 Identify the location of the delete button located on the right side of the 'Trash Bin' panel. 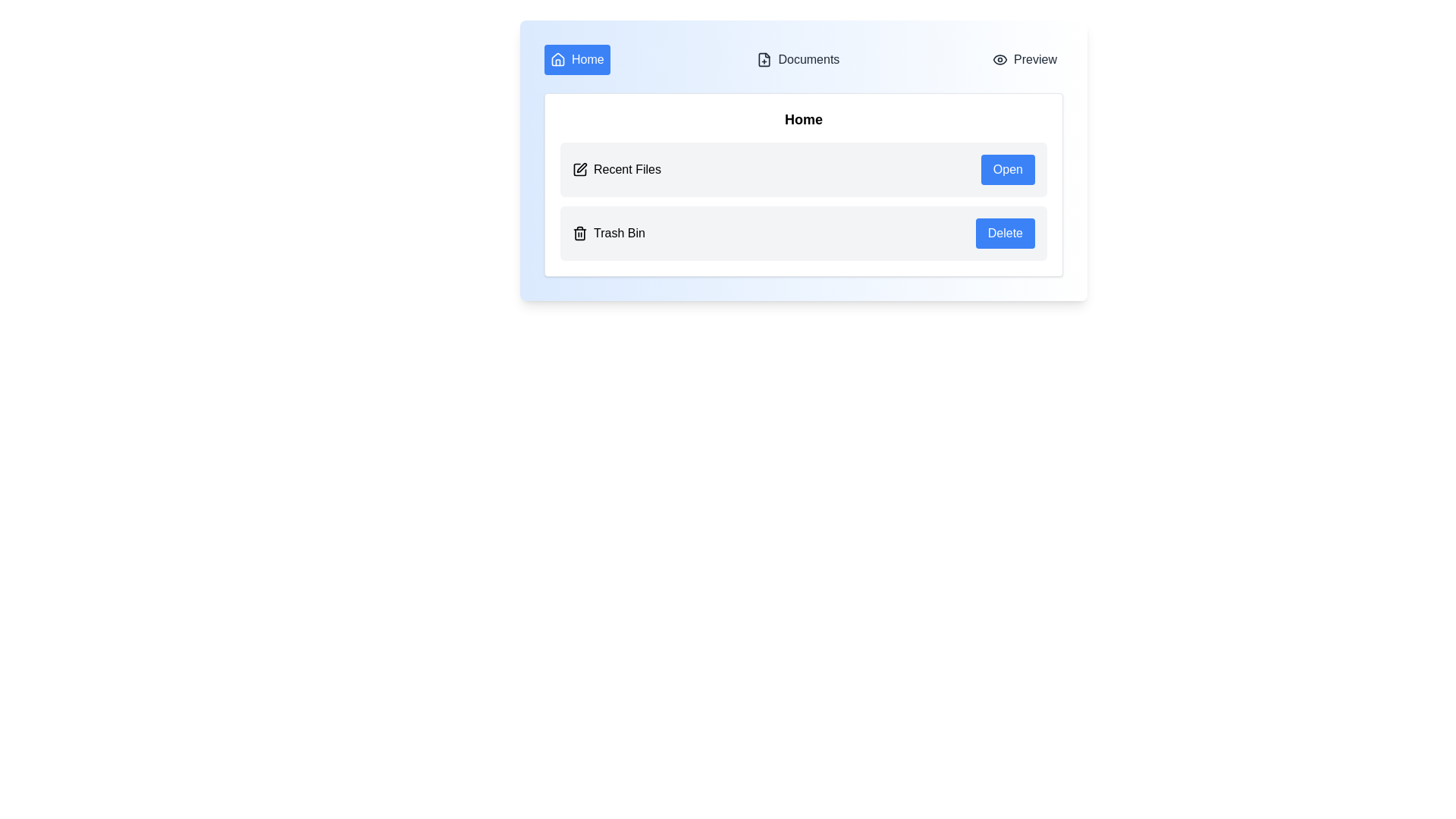
(1005, 234).